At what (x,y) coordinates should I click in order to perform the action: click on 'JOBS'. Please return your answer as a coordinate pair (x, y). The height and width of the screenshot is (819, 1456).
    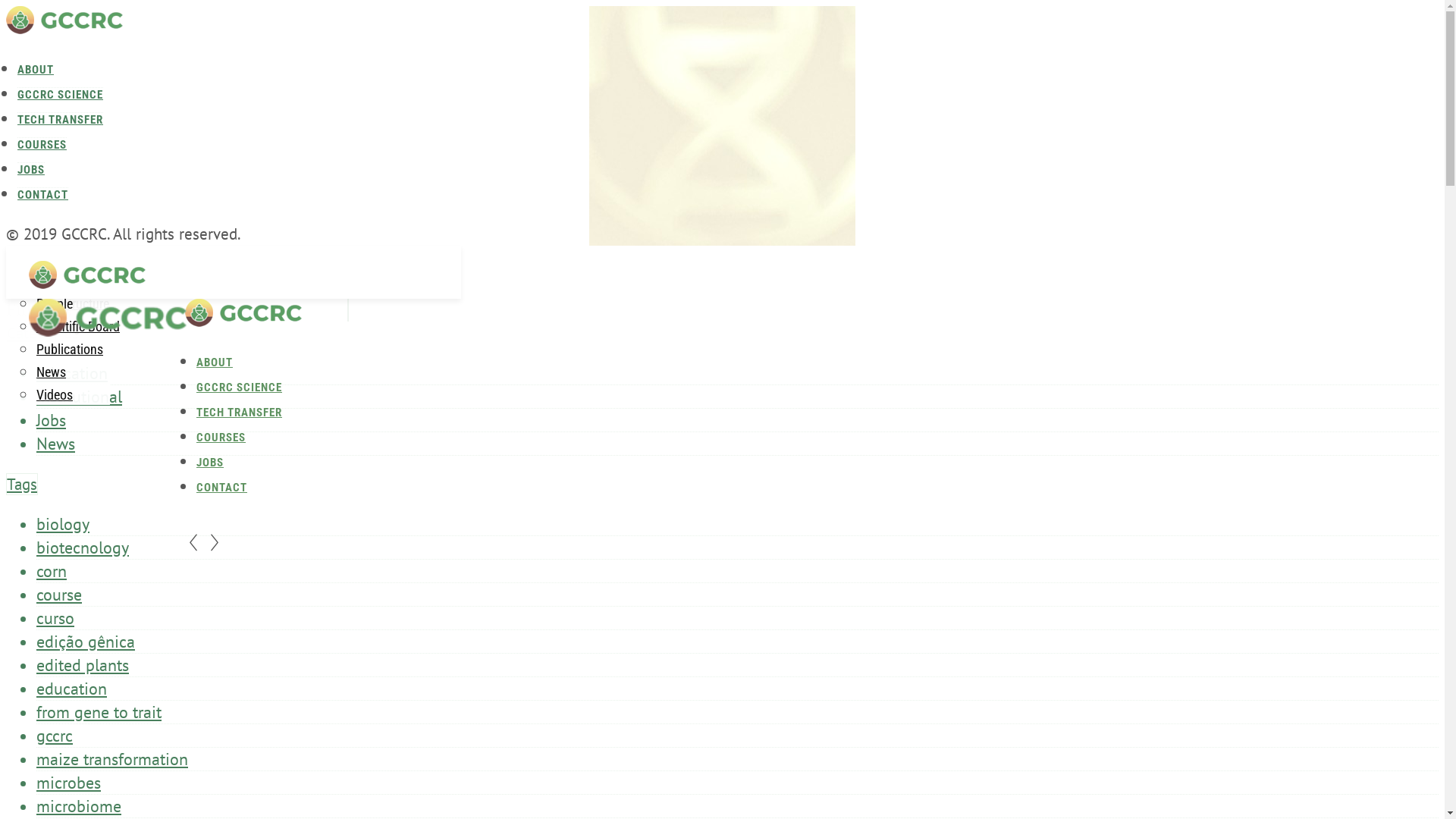
    Looking at the image, I should click on (209, 461).